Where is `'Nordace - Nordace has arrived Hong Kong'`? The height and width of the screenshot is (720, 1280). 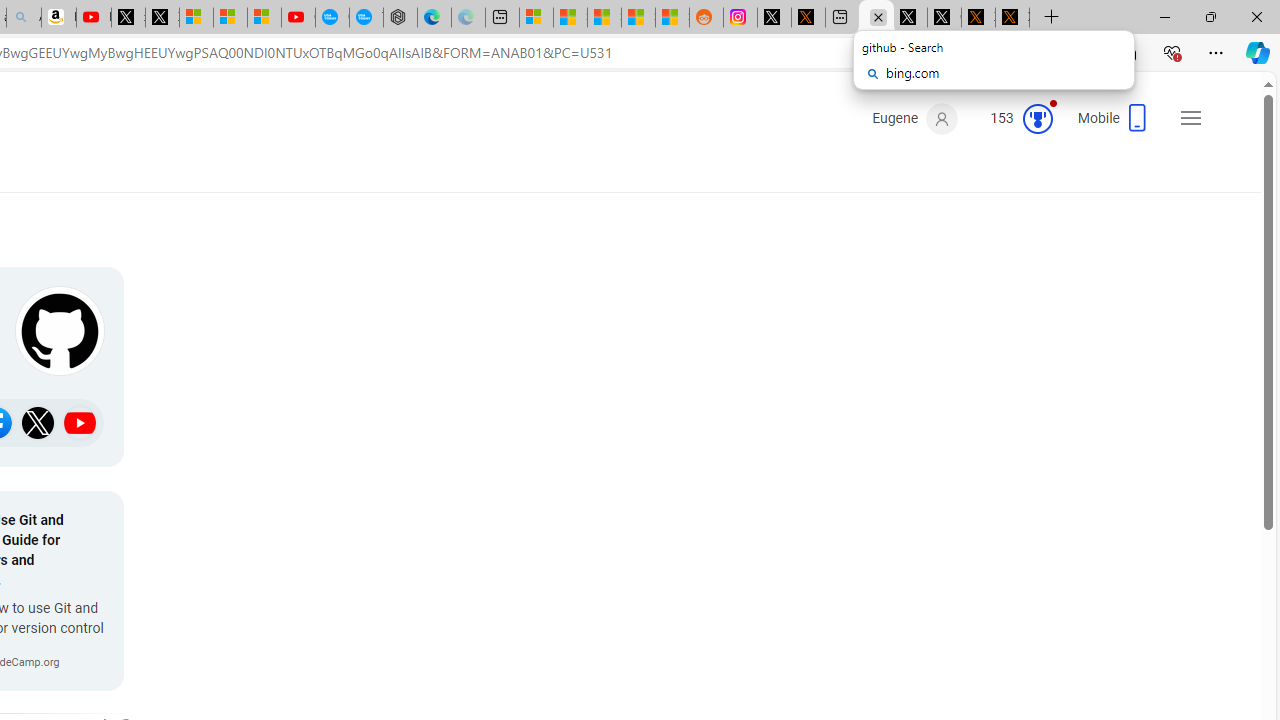 'Nordace - Nordace has arrived Hong Kong' is located at coordinates (400, 17).